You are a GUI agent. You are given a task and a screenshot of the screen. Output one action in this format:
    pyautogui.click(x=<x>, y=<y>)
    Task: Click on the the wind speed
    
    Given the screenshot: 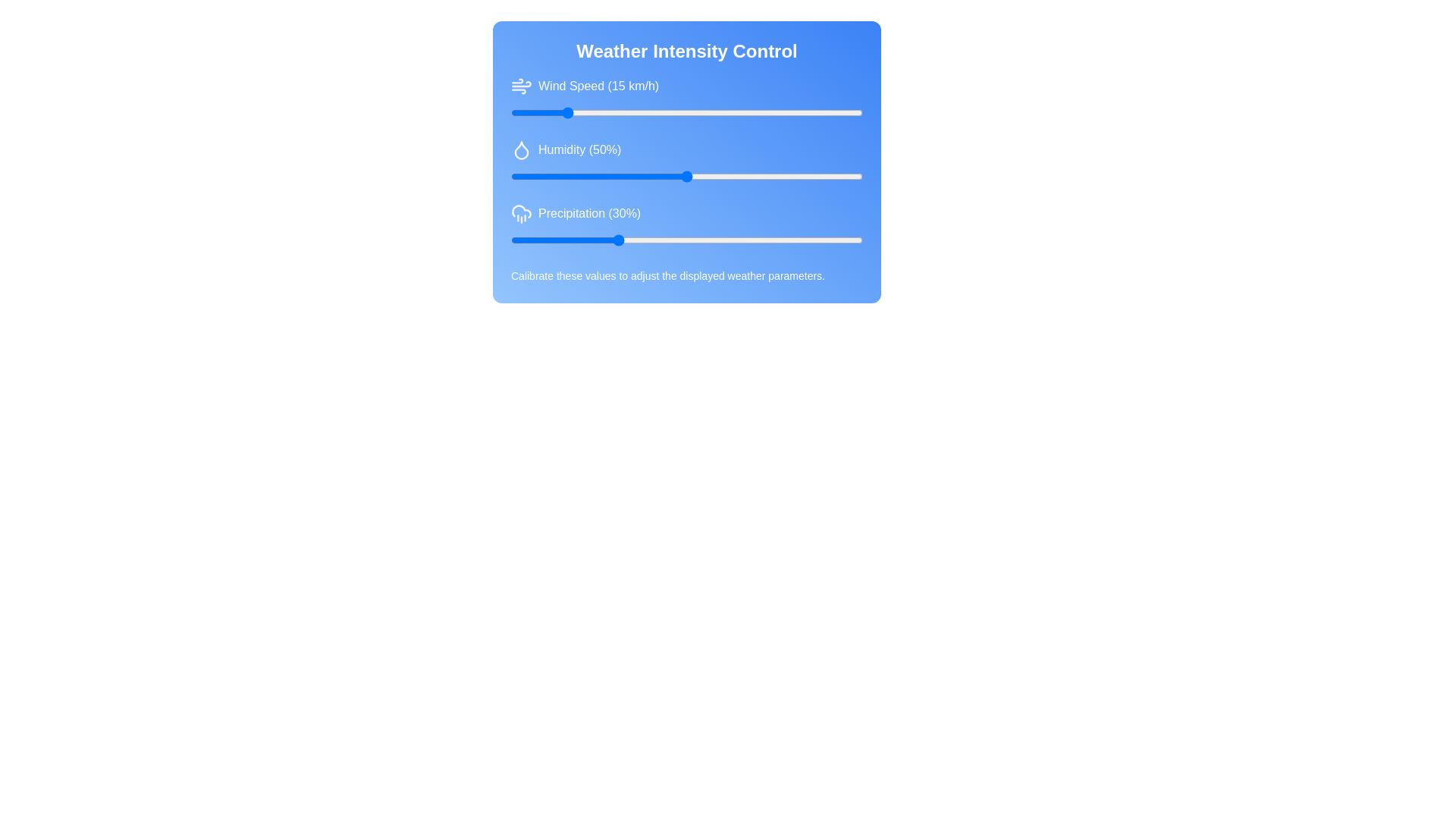 What is the action you would take?
    pyautogui.click(x=859, y=112)
    